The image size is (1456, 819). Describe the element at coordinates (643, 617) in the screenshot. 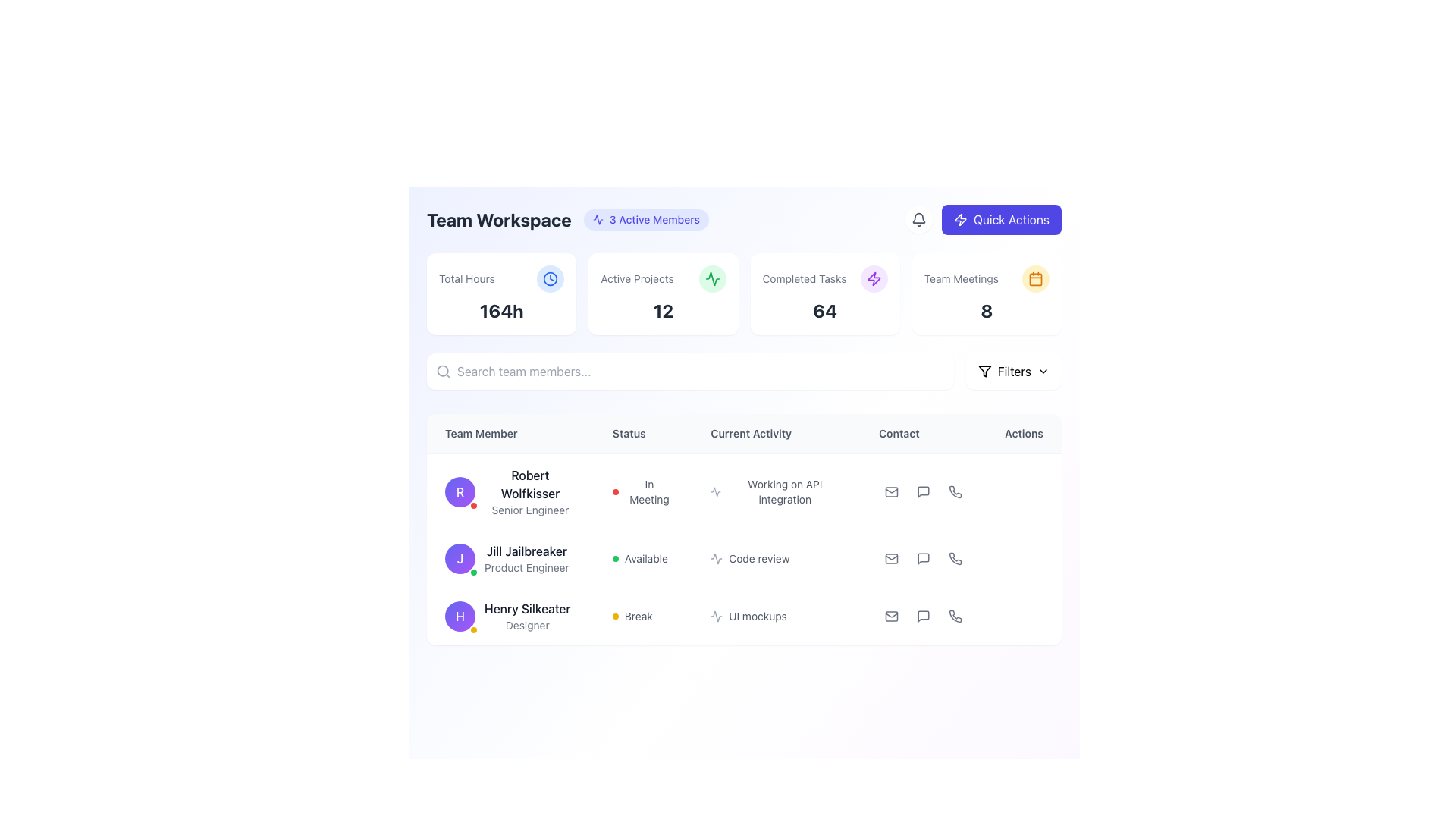

I see `the Status indicator displaying 'Break' with a yellow circular indicator next to it in the 'Status' column for 'Henry Silkeater, Designer.'` at that location.